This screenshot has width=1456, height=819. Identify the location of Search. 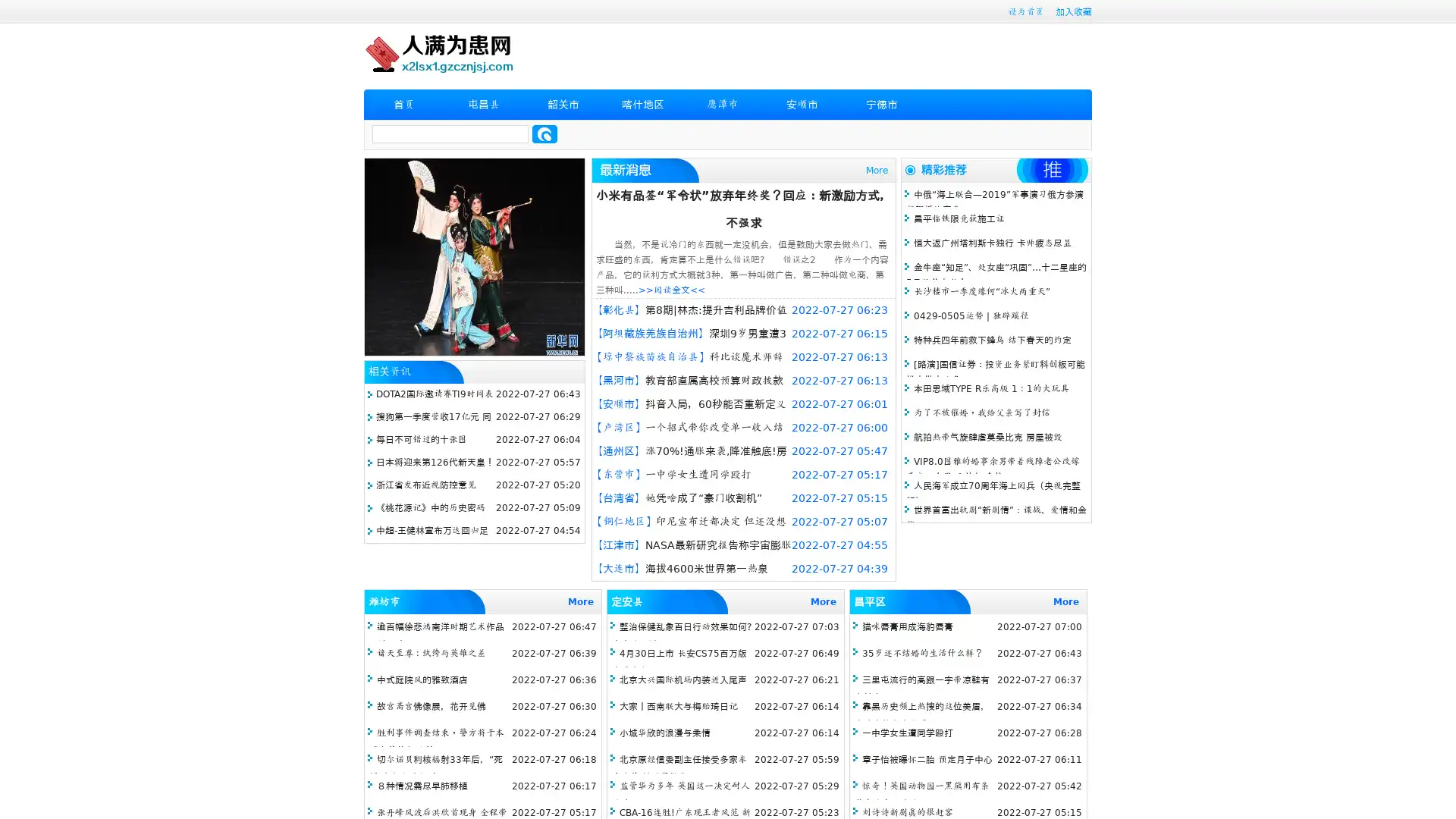
(544, 133).